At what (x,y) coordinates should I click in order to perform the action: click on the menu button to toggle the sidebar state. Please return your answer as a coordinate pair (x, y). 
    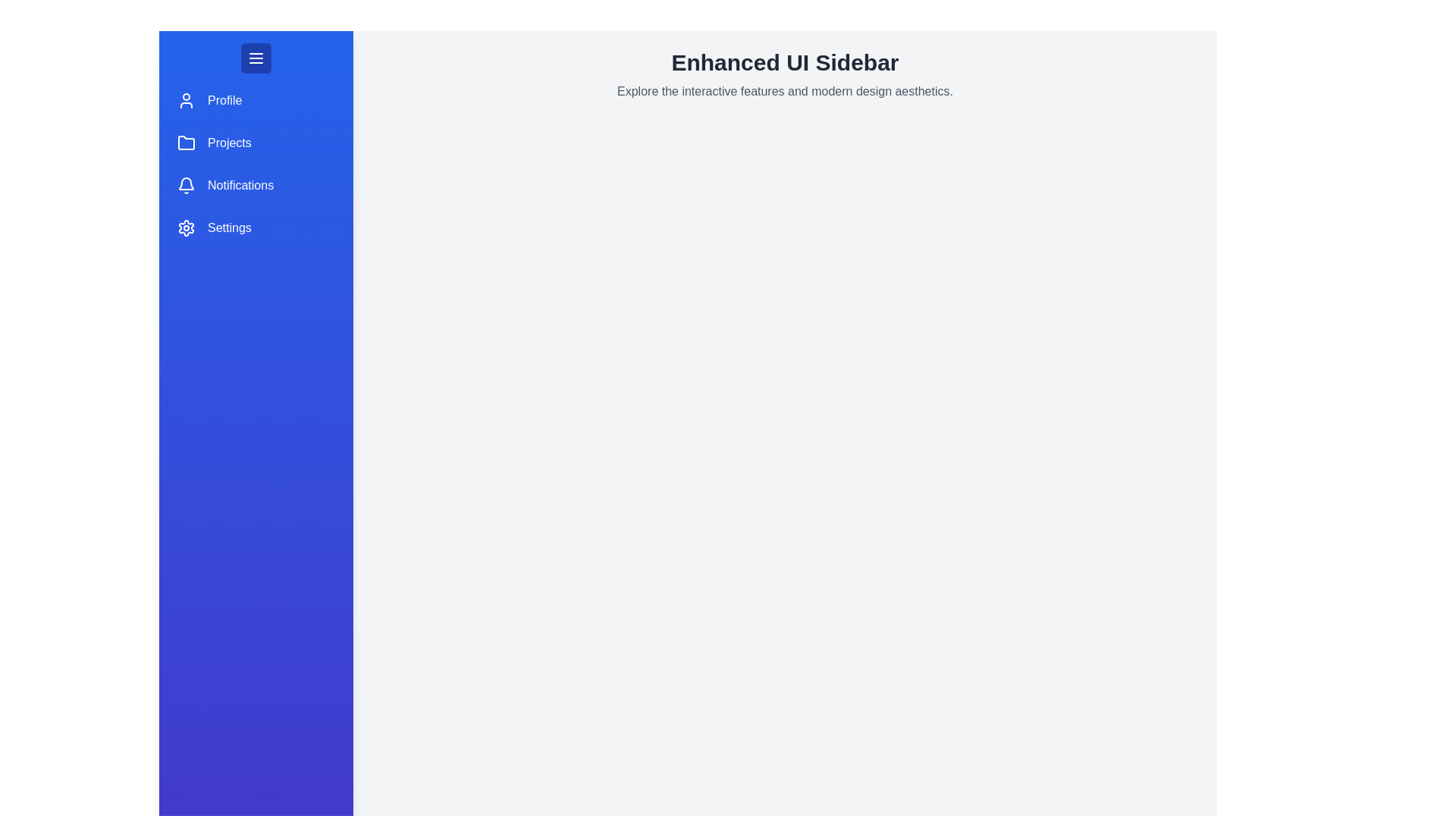
    Looking at the image, I should click on (256, 58).